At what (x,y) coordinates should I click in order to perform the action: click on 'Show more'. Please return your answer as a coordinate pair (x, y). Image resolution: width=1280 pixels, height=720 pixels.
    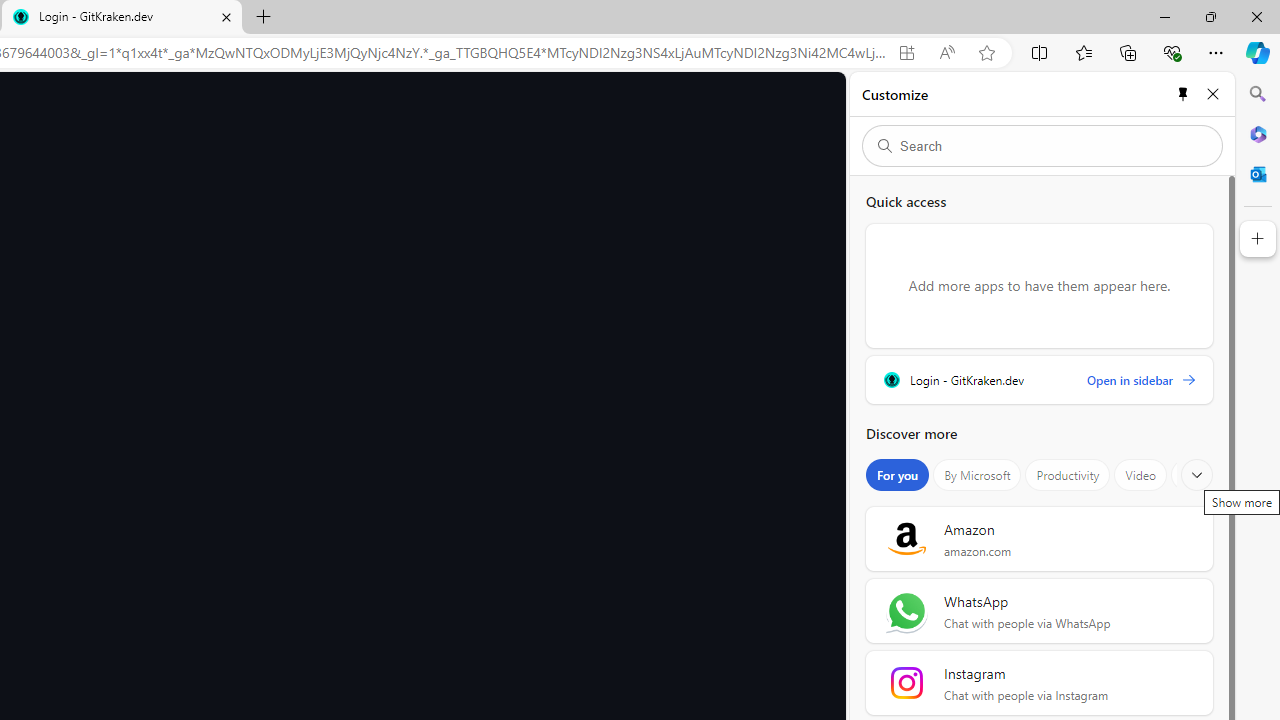
    Looking at the image, I should click on (1197, 475).